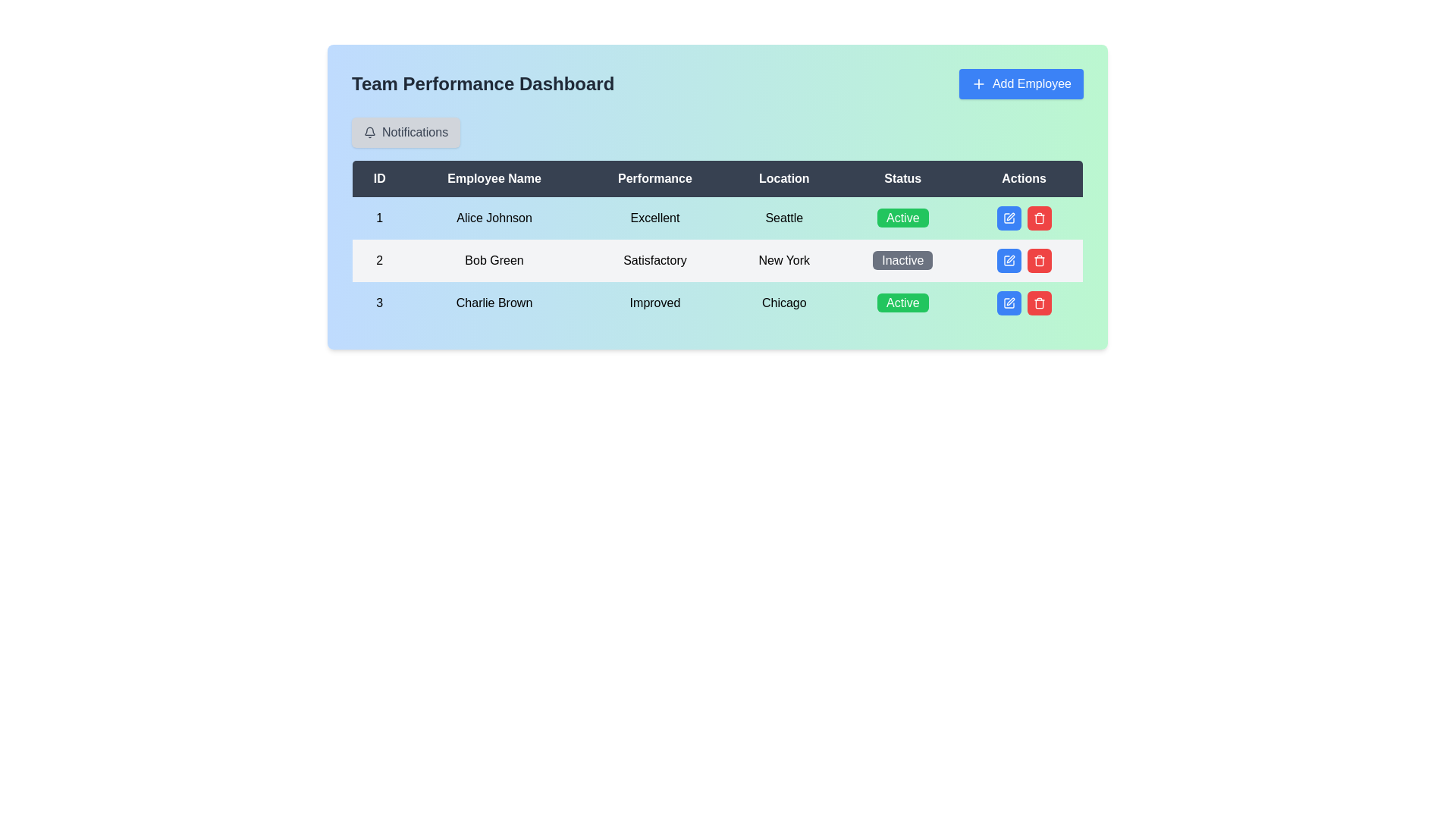 This screenshot has height=819, width=1456. Describe the element at coordinates (1038, 259) in the screenshot. I see `the delete button located in the 'Actions' column of the second row in the table` at that location.